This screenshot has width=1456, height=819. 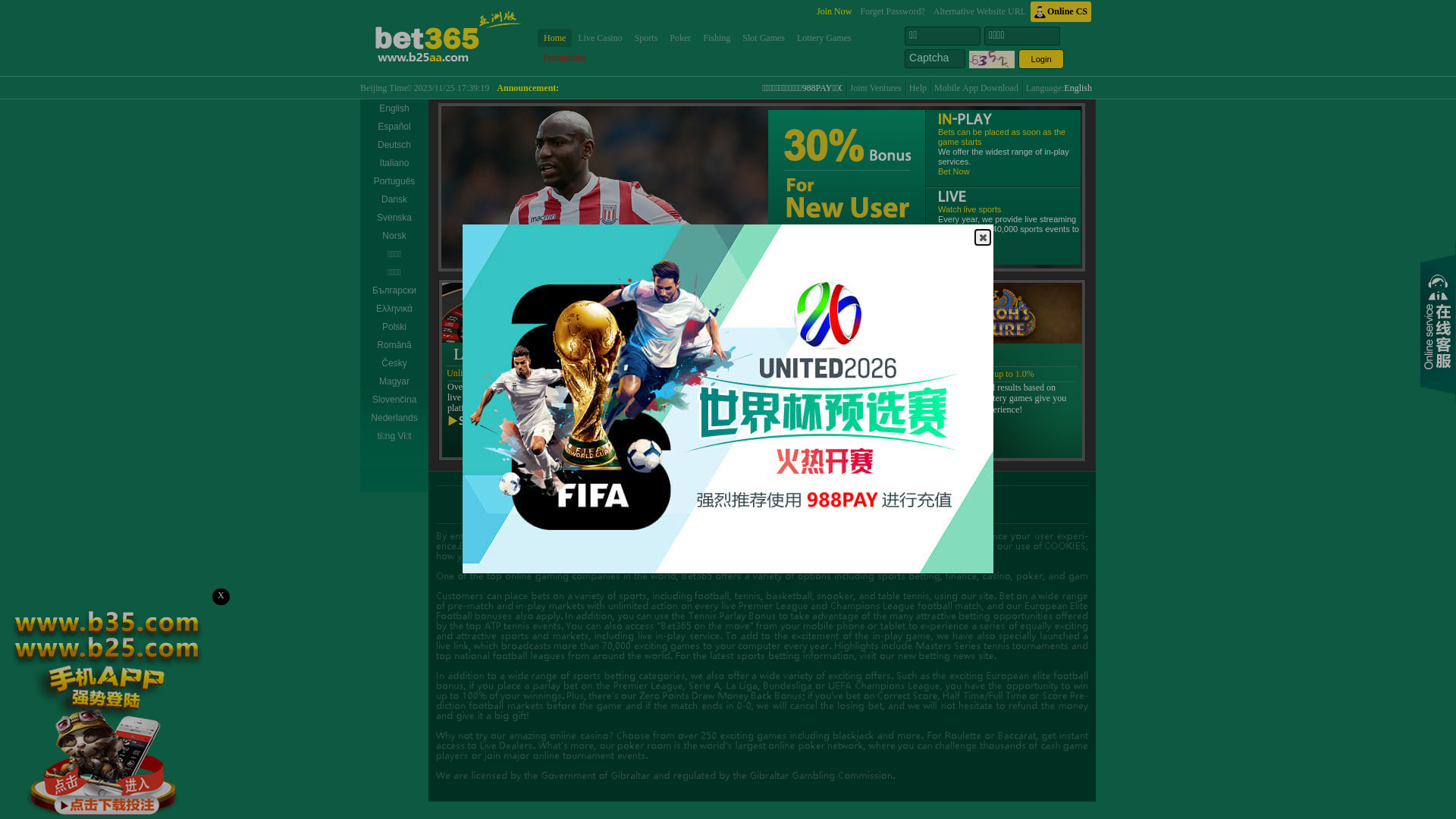 I want to click on 'Sports', so click(x=646, y=37).